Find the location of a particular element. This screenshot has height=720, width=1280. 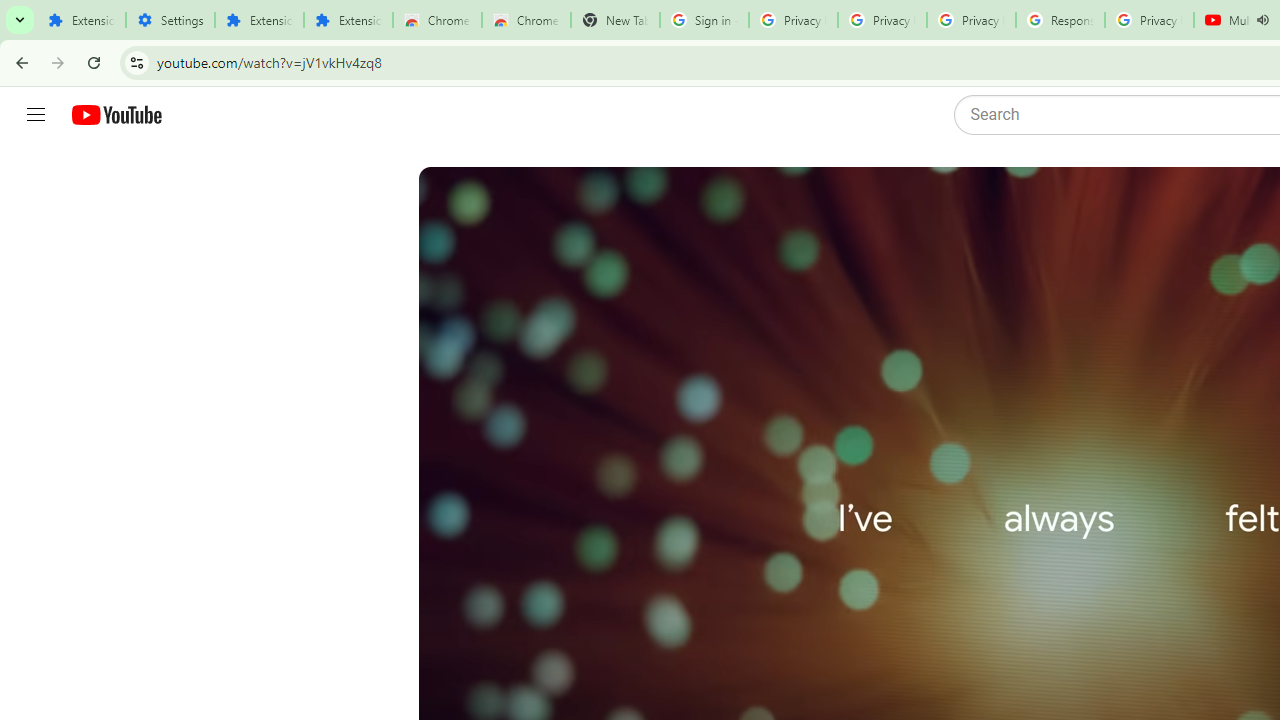

'Settings' is located at coordinates (170, 20).